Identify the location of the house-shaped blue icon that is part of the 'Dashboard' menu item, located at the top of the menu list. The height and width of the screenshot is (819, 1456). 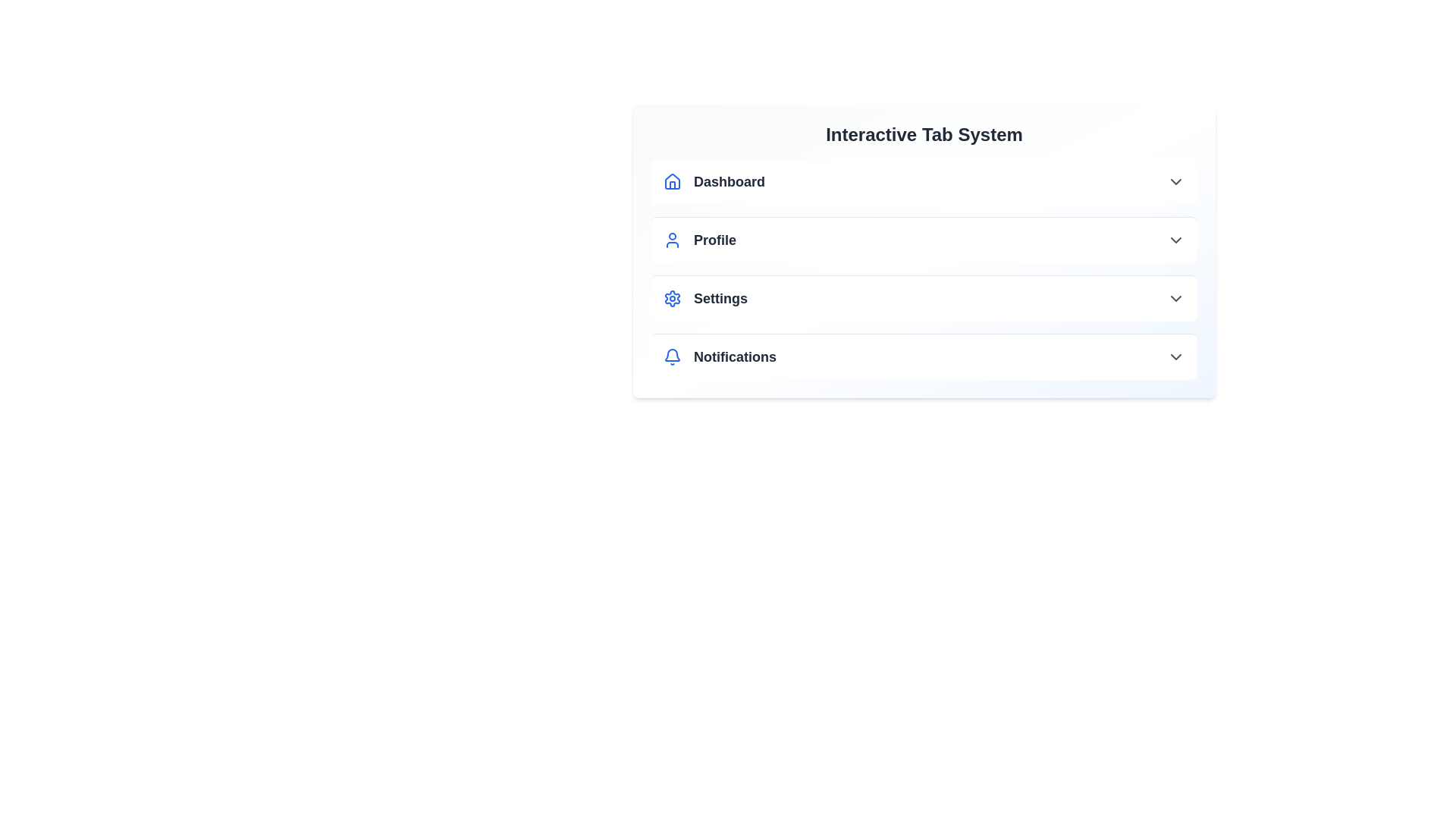
(672, 180).